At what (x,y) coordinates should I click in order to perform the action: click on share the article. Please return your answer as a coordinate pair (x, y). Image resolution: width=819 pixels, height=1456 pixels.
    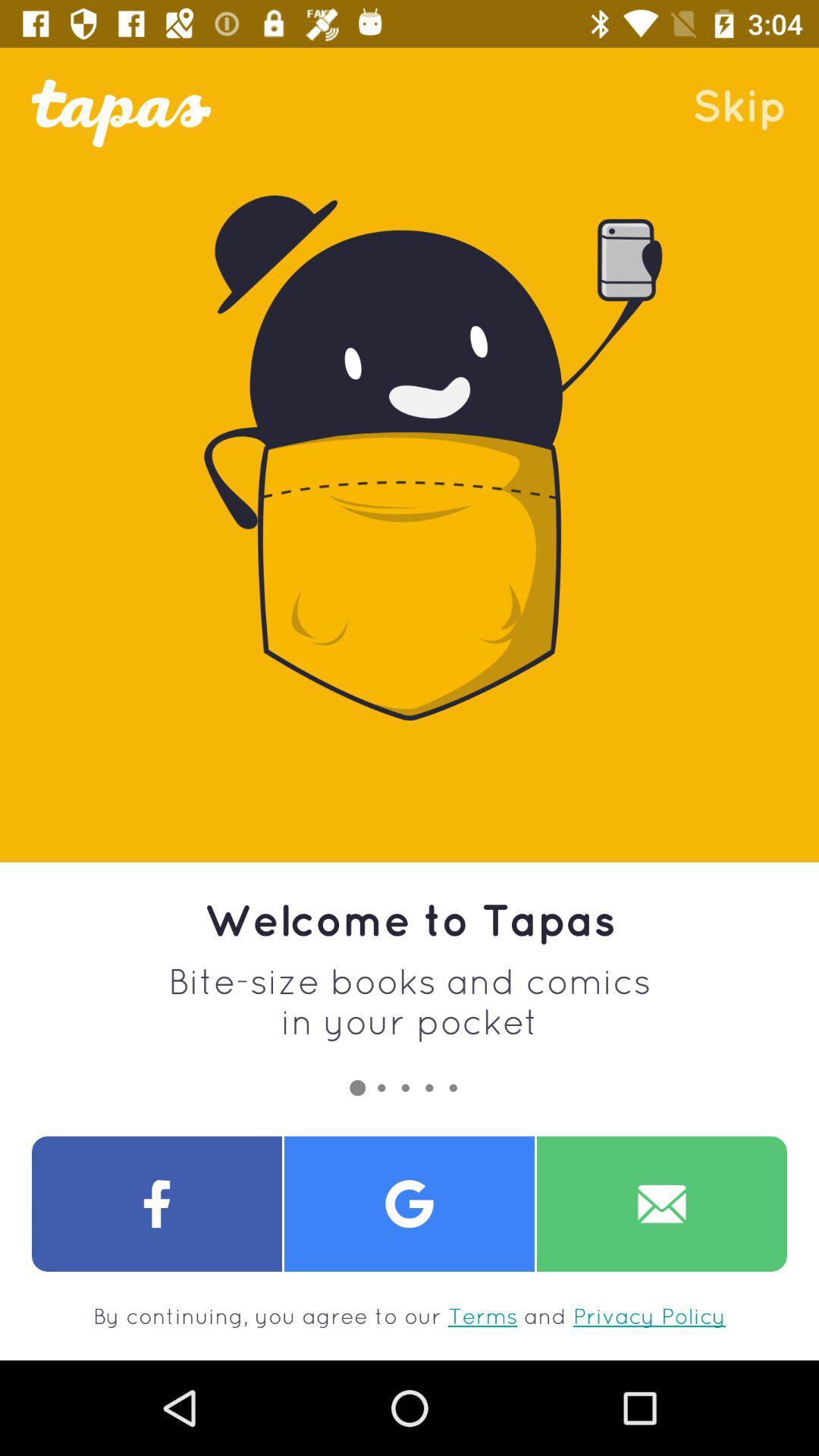
    Looking at the image, I should click on (409, 1203).